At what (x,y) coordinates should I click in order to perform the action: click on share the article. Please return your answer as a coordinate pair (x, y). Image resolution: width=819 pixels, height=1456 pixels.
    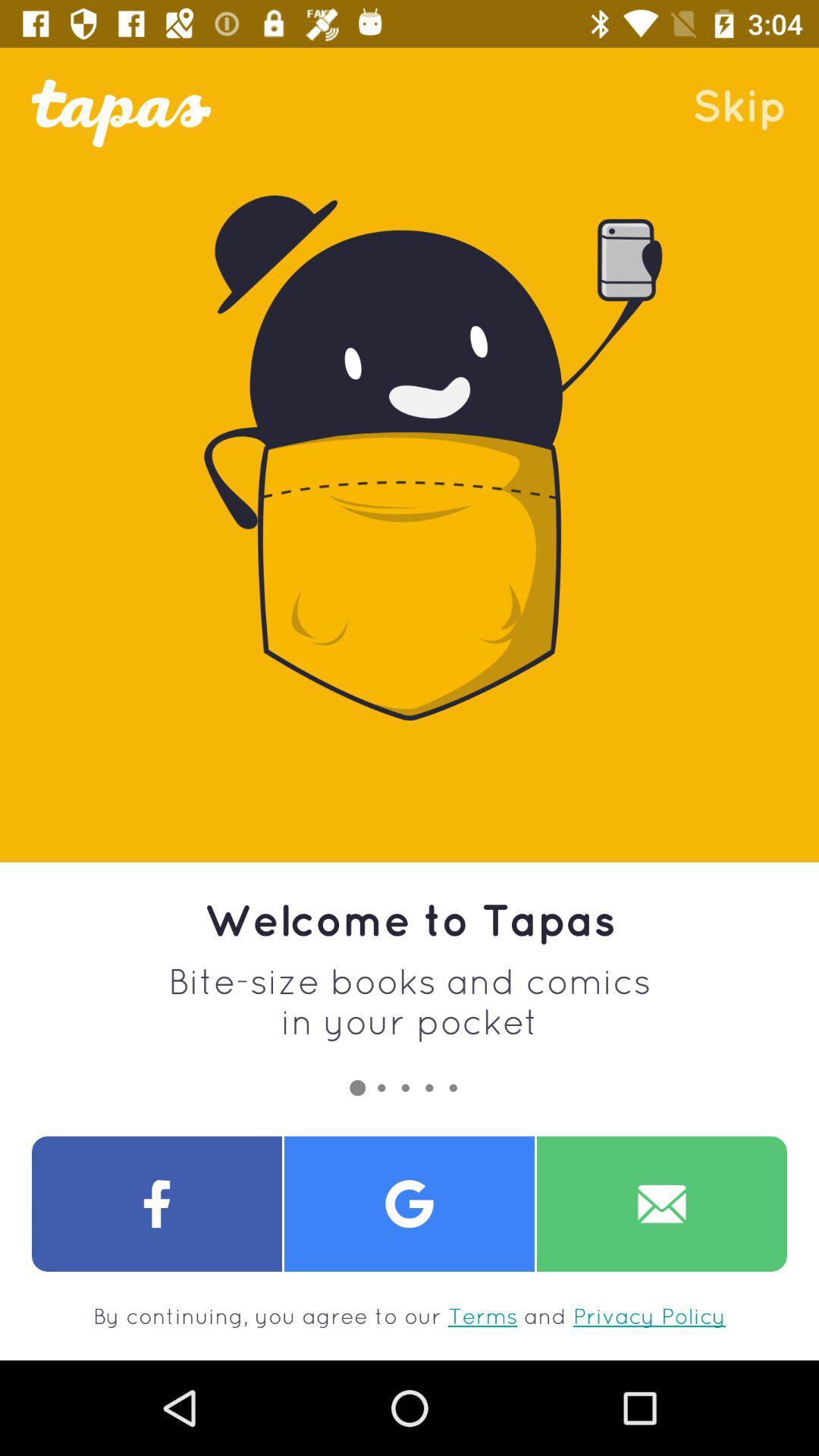
    Looking at the image, I should click on (409, 1203).